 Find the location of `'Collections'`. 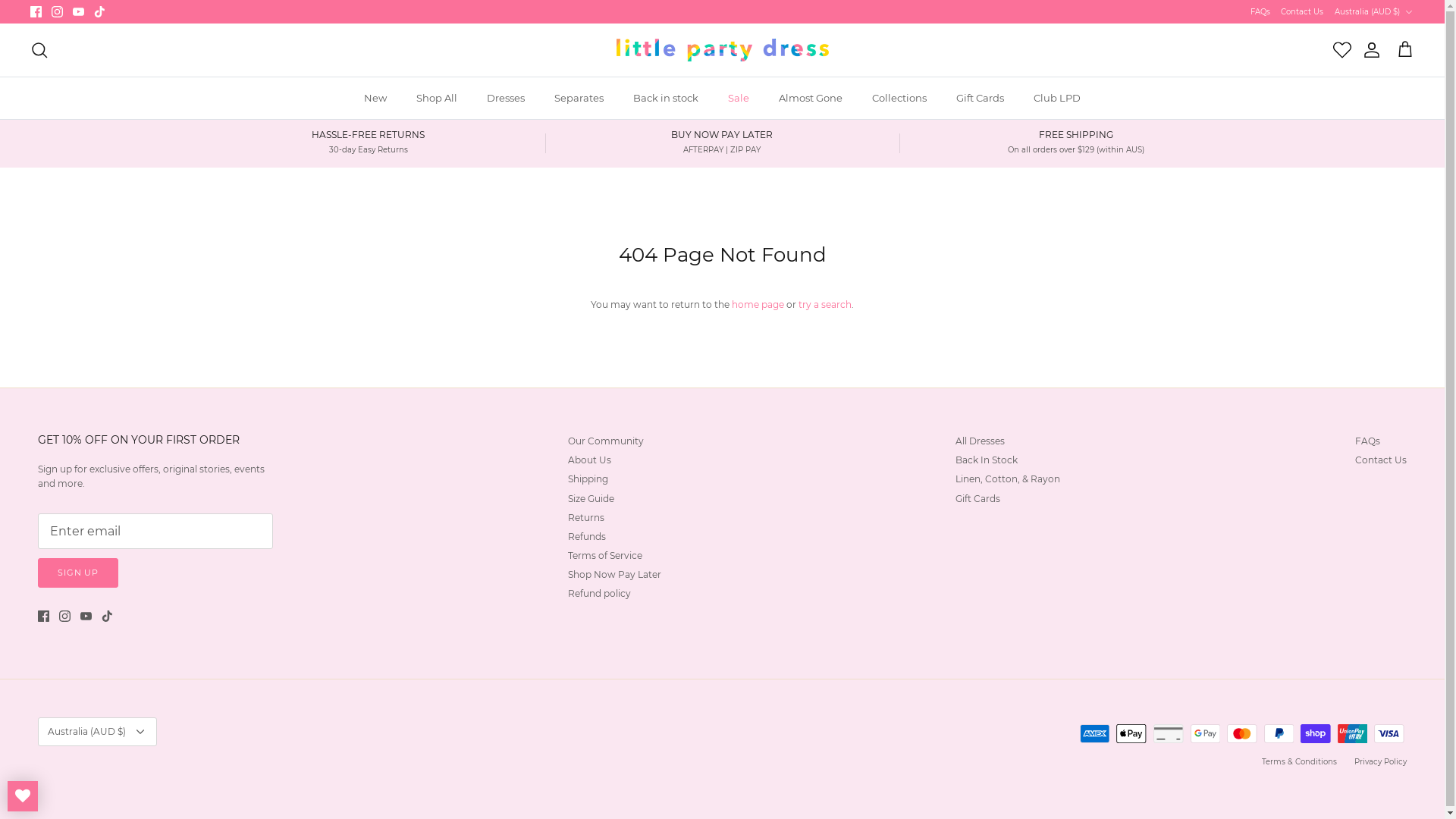

'Collections' is located at coordinates (899, 99).